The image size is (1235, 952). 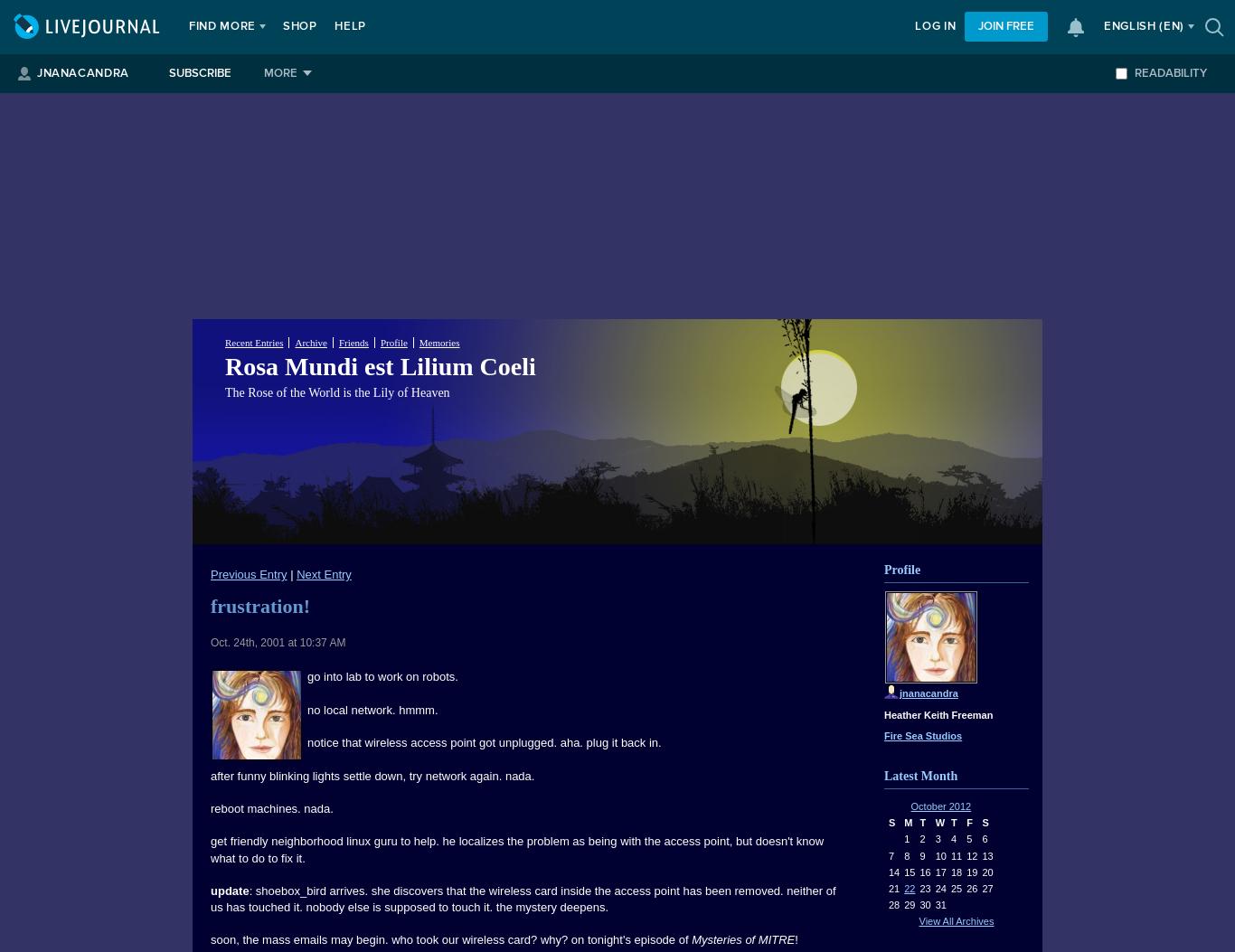 What do you see at coordinates (955, 872) in the screenshot?
I see `'18'` at bounding box center [955, 872].